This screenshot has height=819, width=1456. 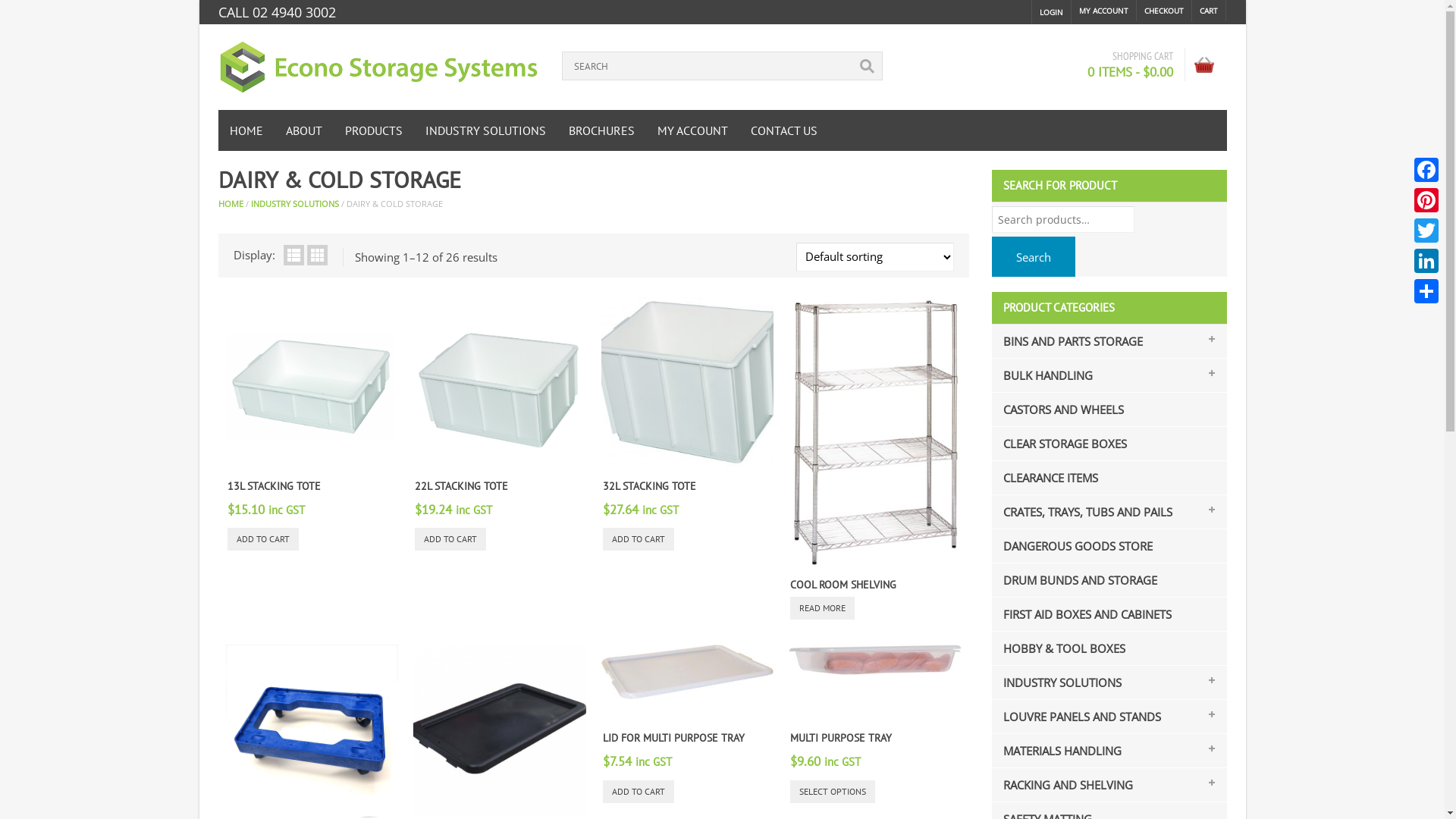 What do you see at coordinates (1410, 231) in the screenshot?
I see `'Twitter'` at bounding box center [1410, 231].